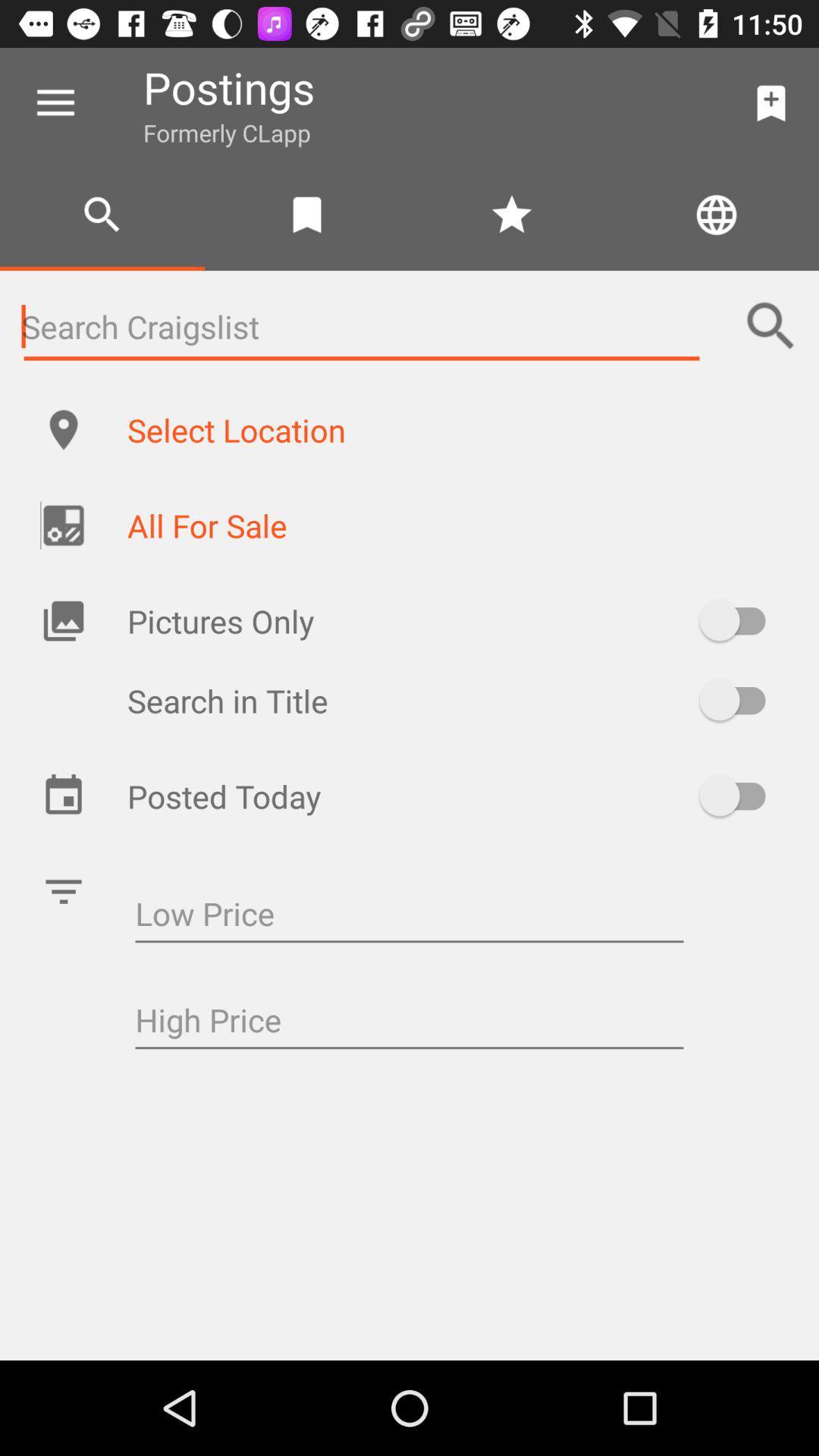  I want to click on posted today toggle, so click(739, 795).